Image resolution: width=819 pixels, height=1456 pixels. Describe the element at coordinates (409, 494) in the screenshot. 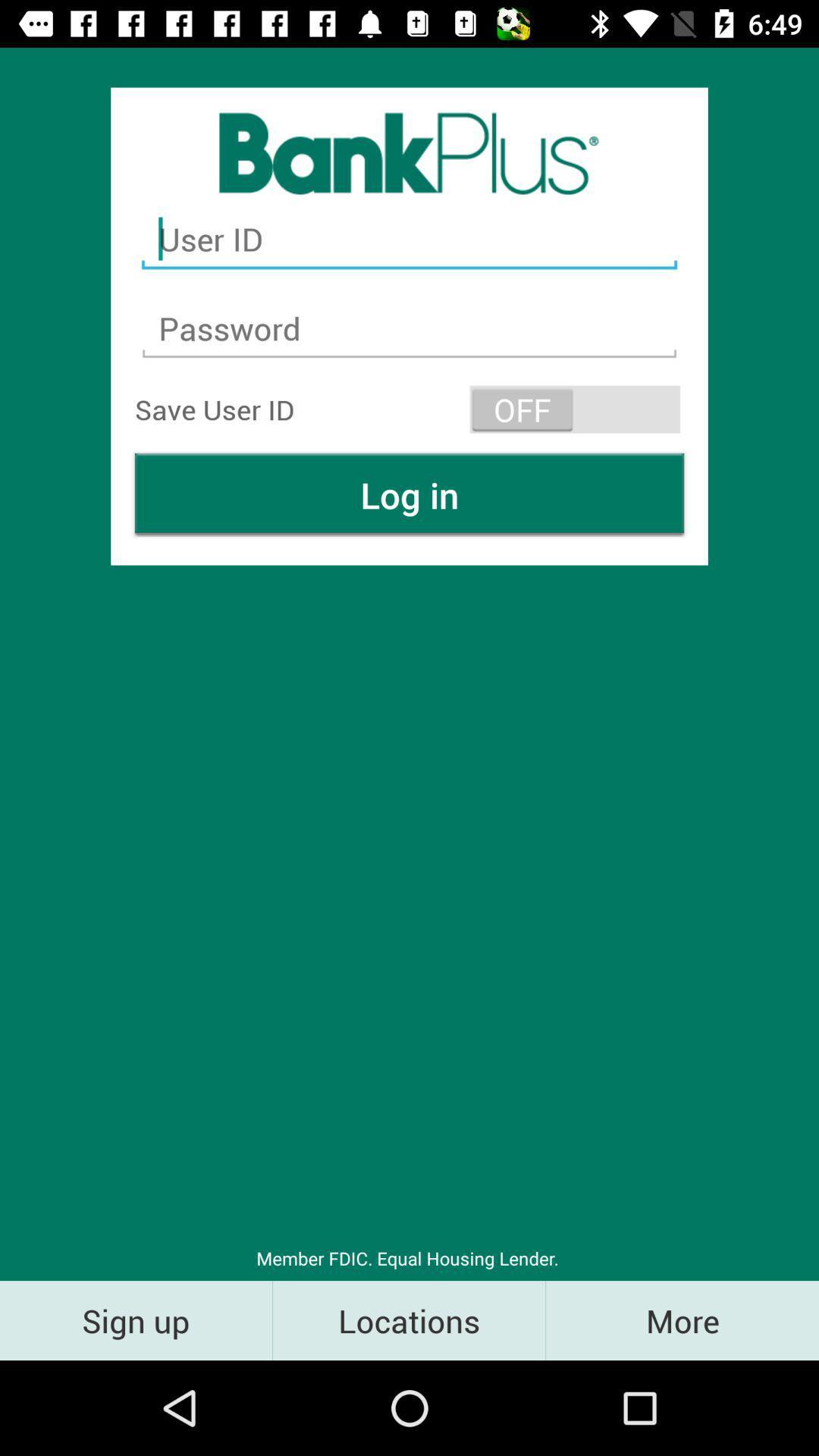

I see `icon at the center` at that location.